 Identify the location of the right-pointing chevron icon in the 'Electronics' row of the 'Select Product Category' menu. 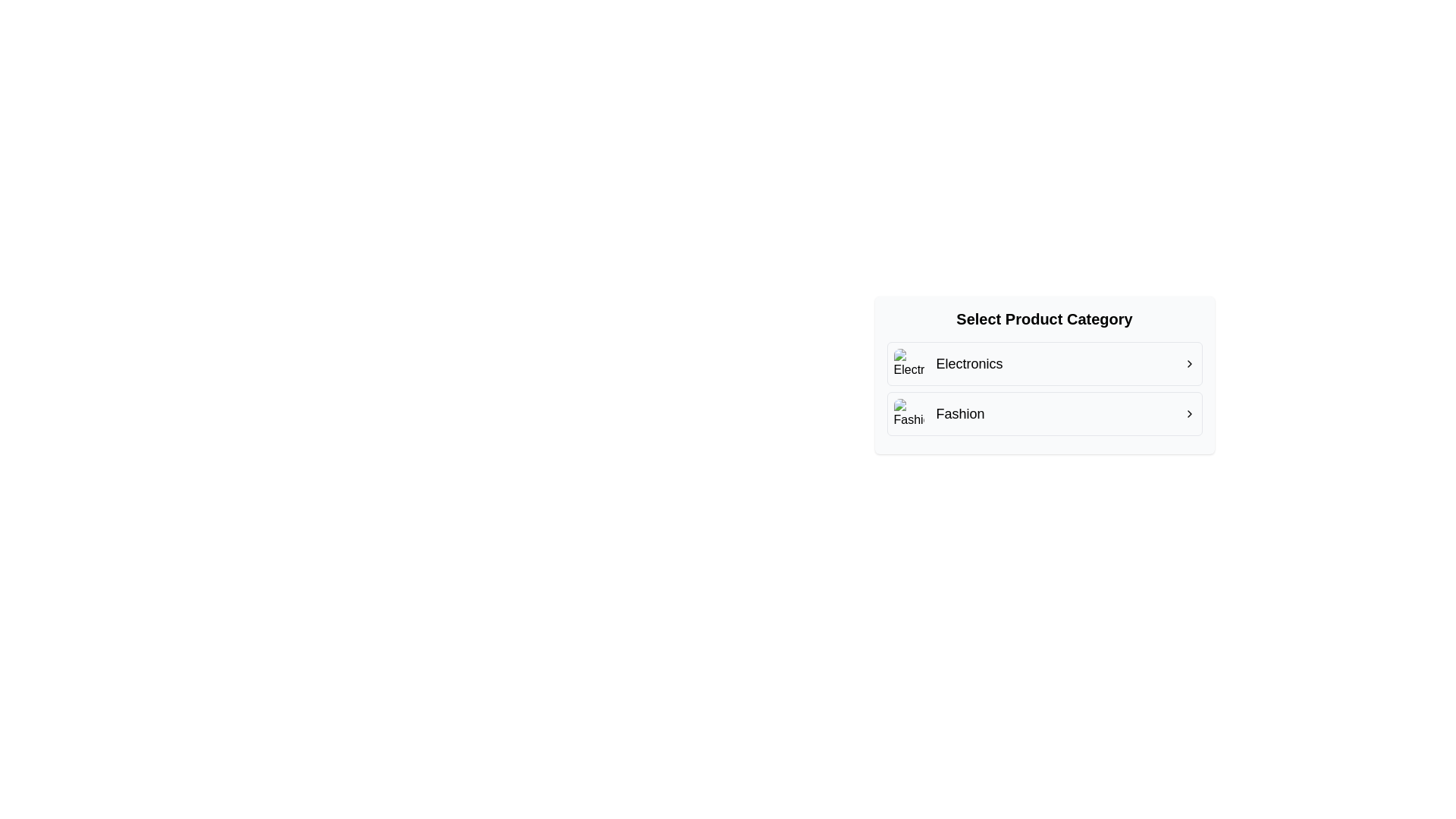
(1188, 363).